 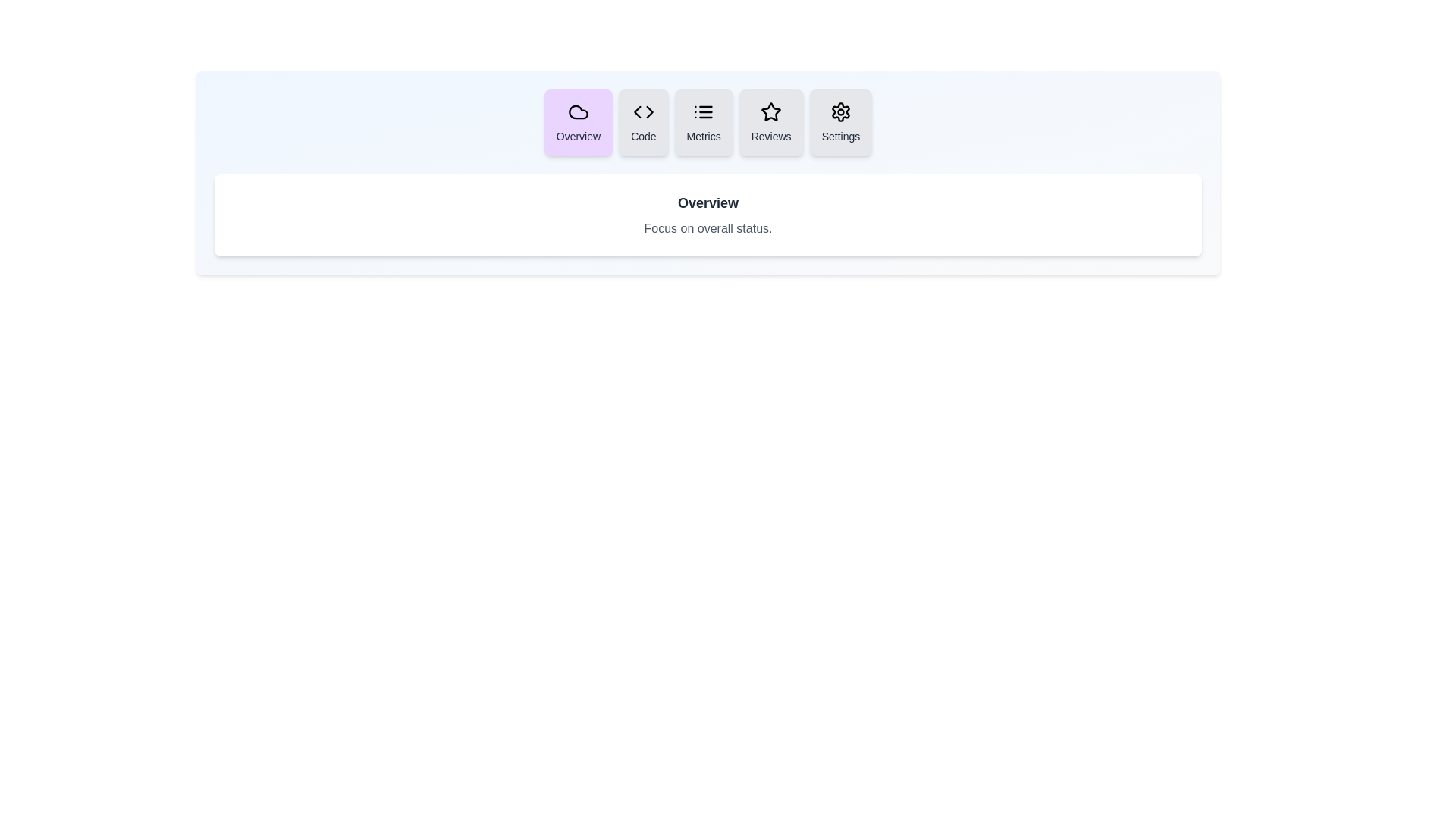 I want to click on the tab labeled Overview, so click(x=578, y=122).